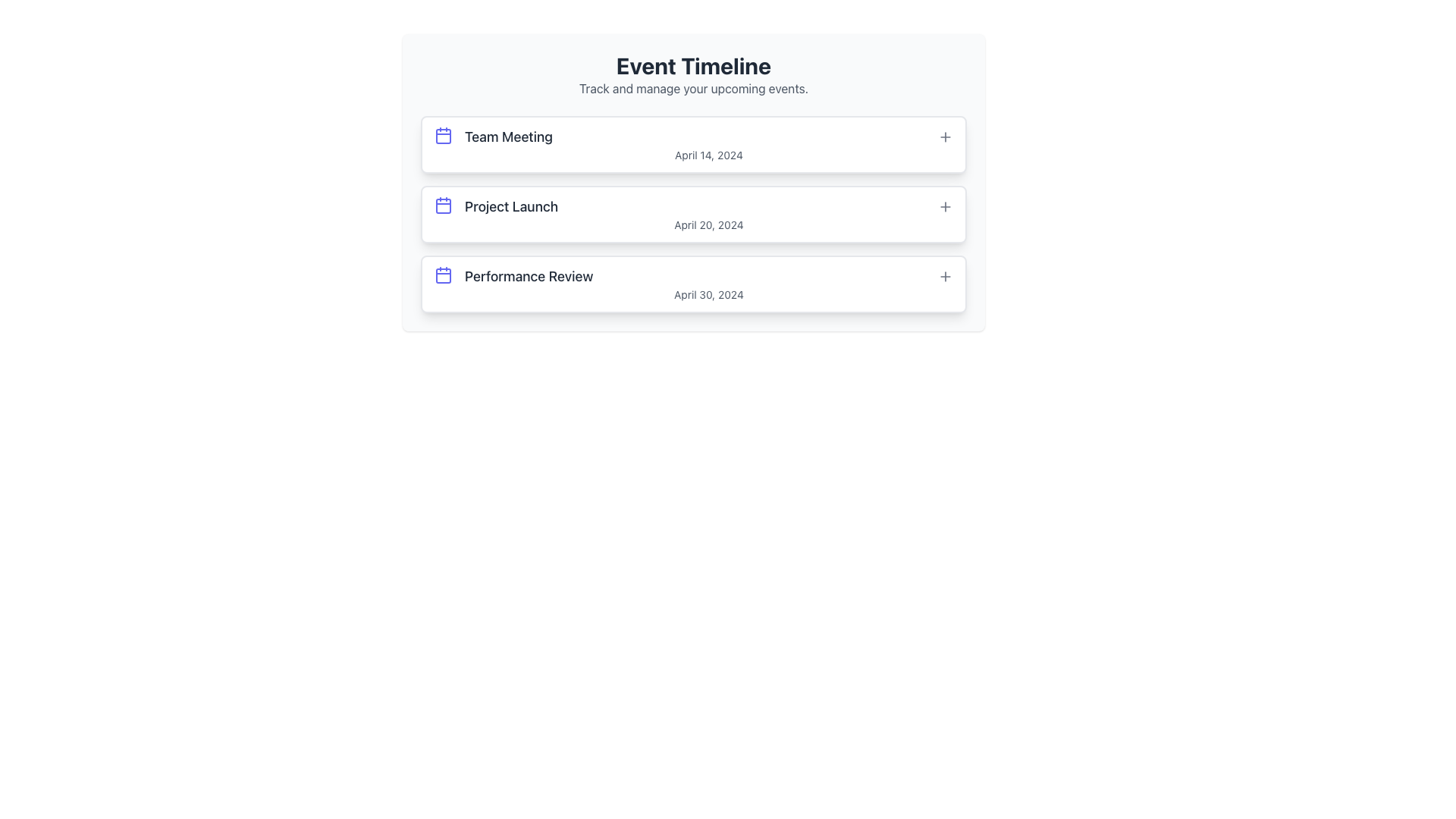 This screenshot has height=819, width=1456. I want to click on the 'Performance Review' text label in the third row of scheduled items to initiate the related action, so click(529, 277).